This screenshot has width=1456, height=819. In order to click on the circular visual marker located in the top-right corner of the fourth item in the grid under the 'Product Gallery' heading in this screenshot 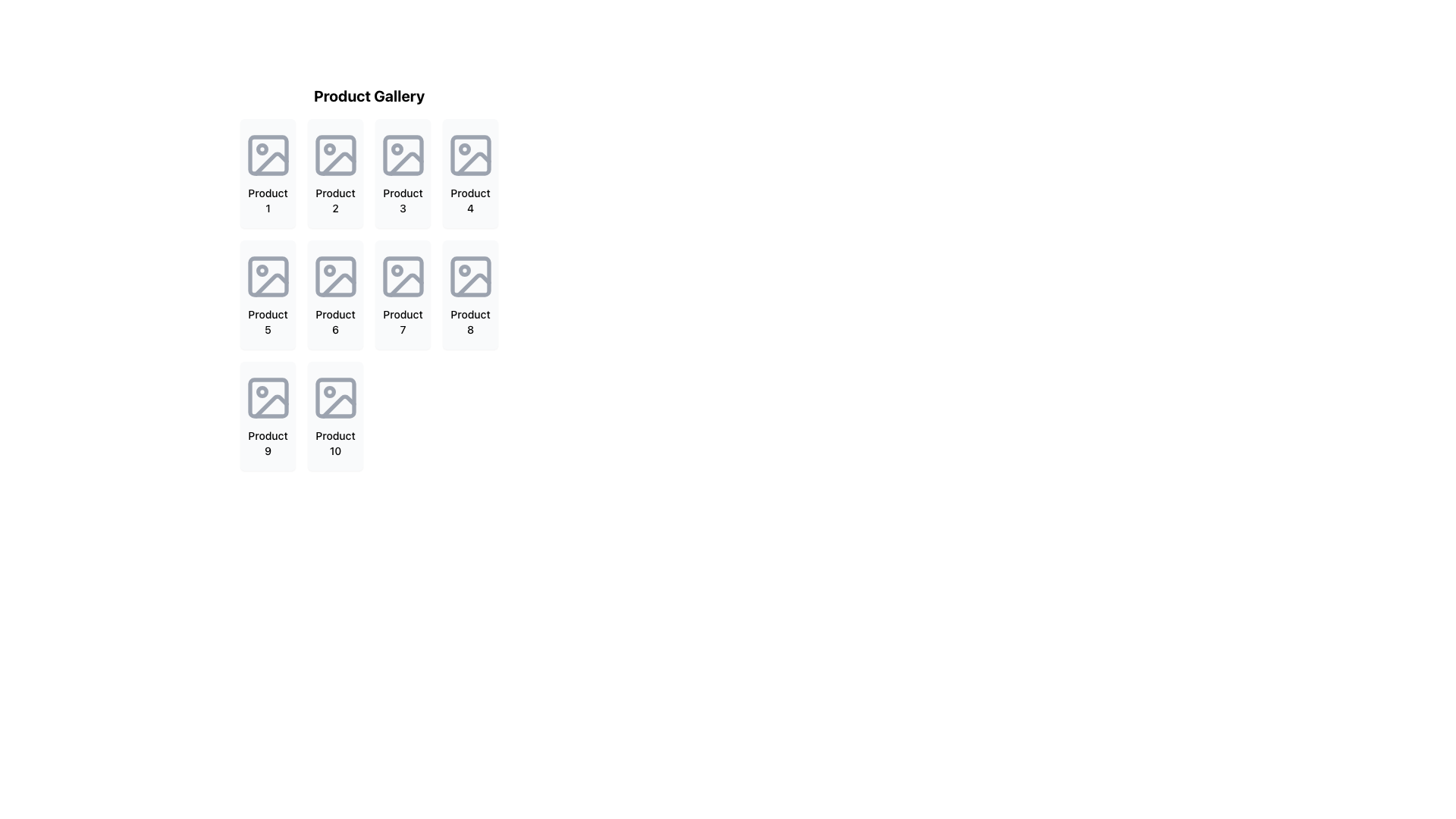, I will do `click(463, 149)`.